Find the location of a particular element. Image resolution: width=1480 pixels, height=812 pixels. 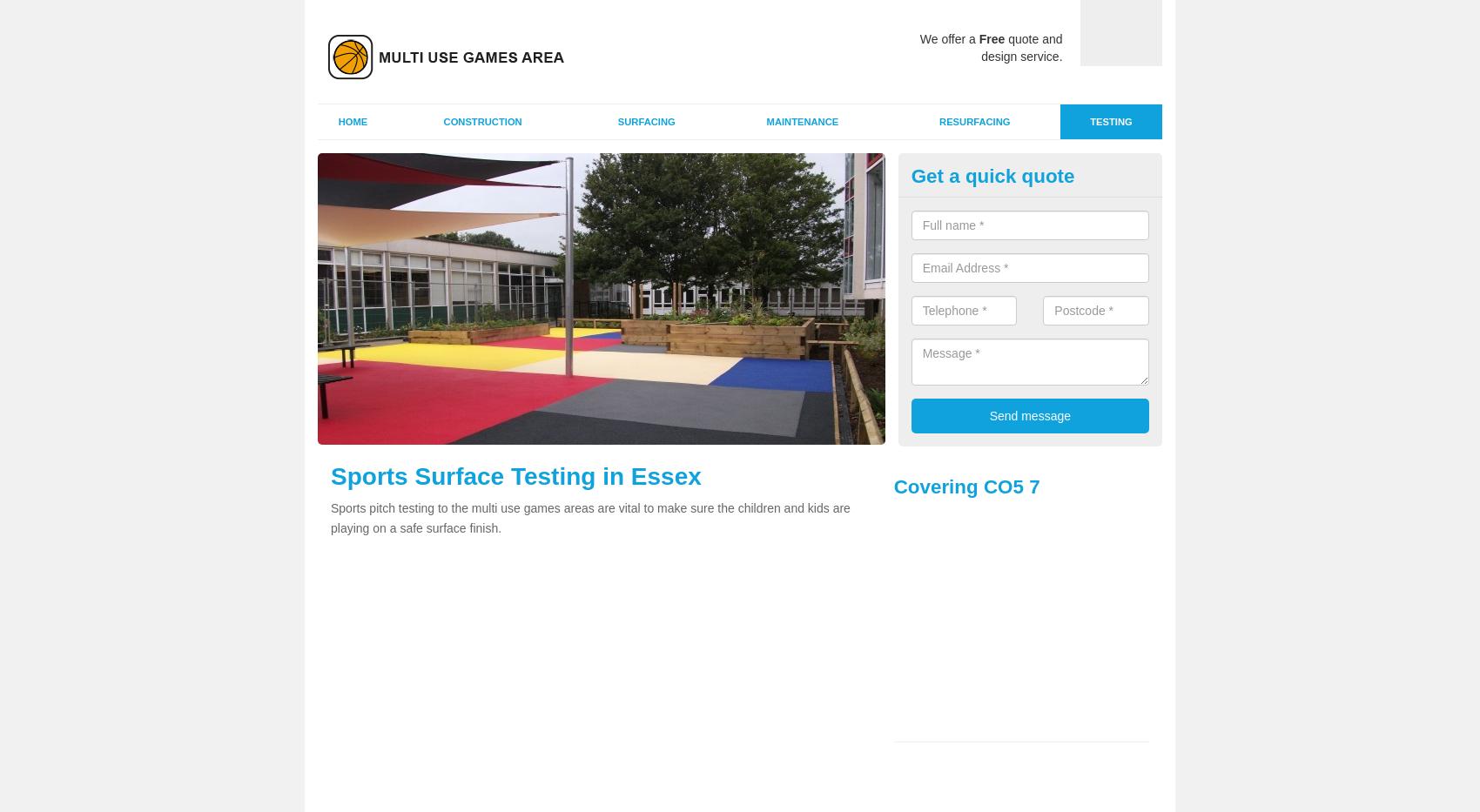

'Testing' is located at coordinates (1089, 121).